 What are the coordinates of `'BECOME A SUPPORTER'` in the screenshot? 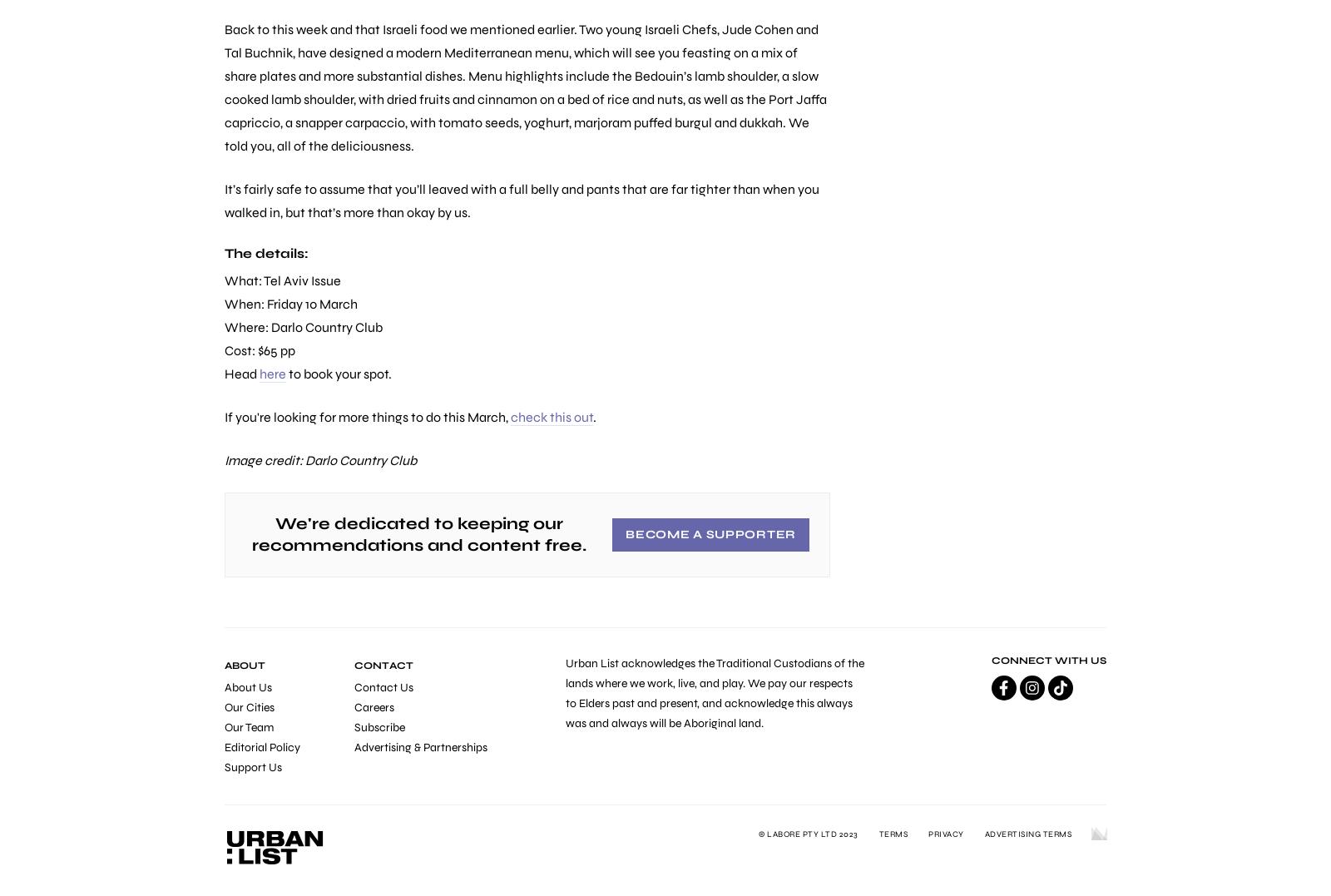 It's located at (710, 534).